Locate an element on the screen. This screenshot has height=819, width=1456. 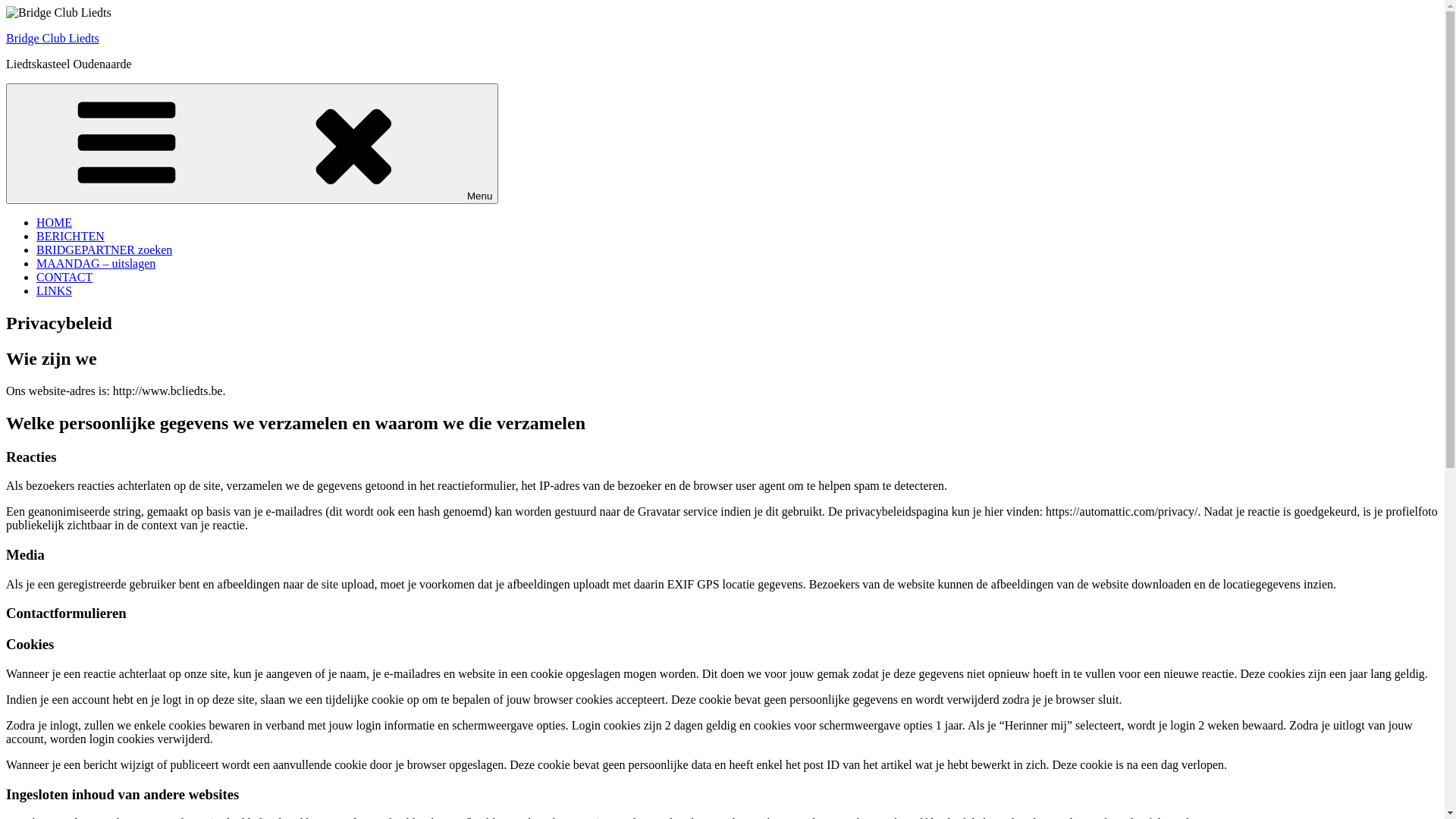
'HOME' is located at coordinates (54, 222).